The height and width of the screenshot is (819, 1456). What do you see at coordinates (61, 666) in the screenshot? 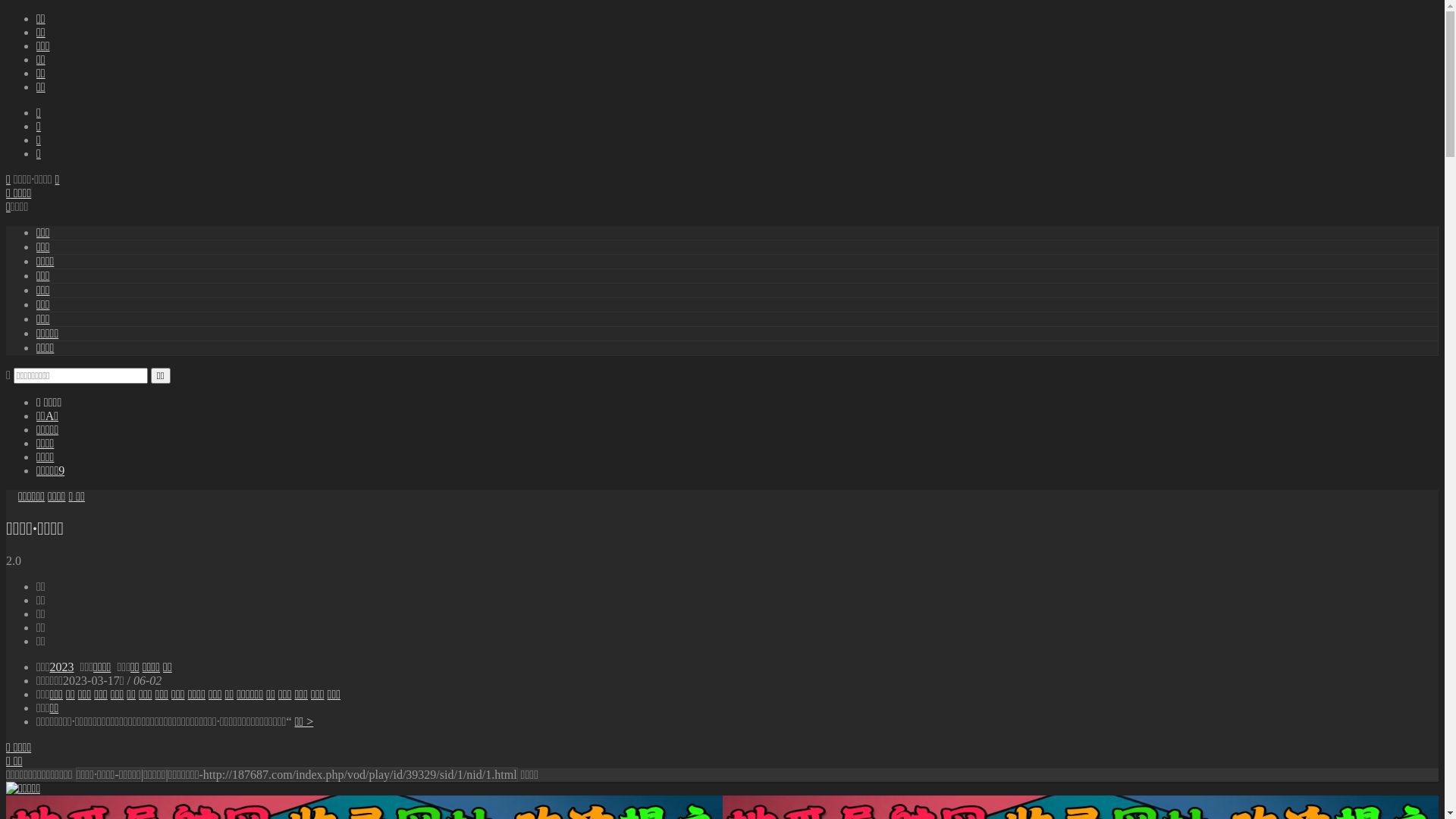
I see `'2023'` at bounding box center [61, 666].